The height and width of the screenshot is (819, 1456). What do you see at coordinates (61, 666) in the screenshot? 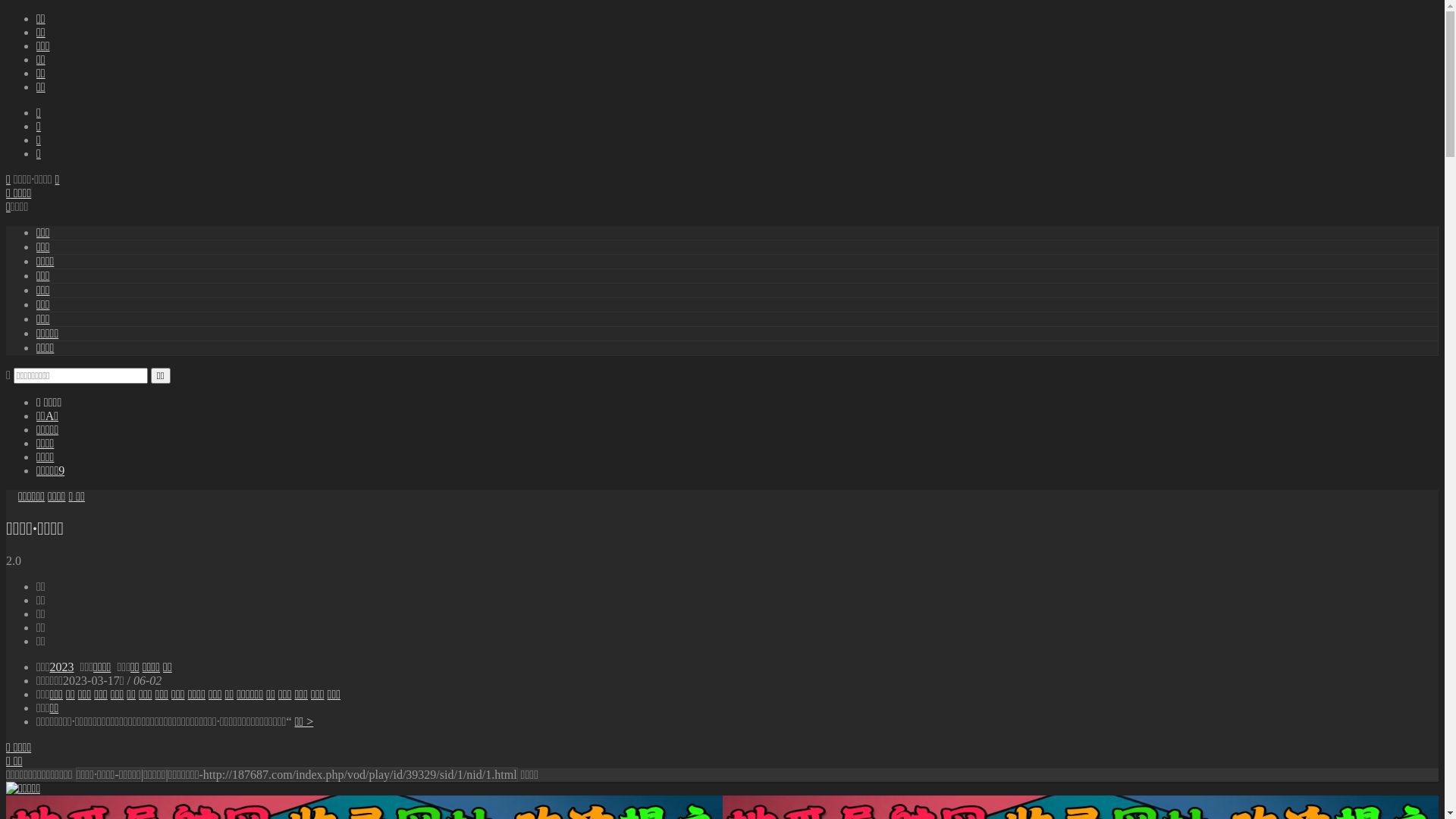
I see `'2023'` at bounding box center [61, 666].